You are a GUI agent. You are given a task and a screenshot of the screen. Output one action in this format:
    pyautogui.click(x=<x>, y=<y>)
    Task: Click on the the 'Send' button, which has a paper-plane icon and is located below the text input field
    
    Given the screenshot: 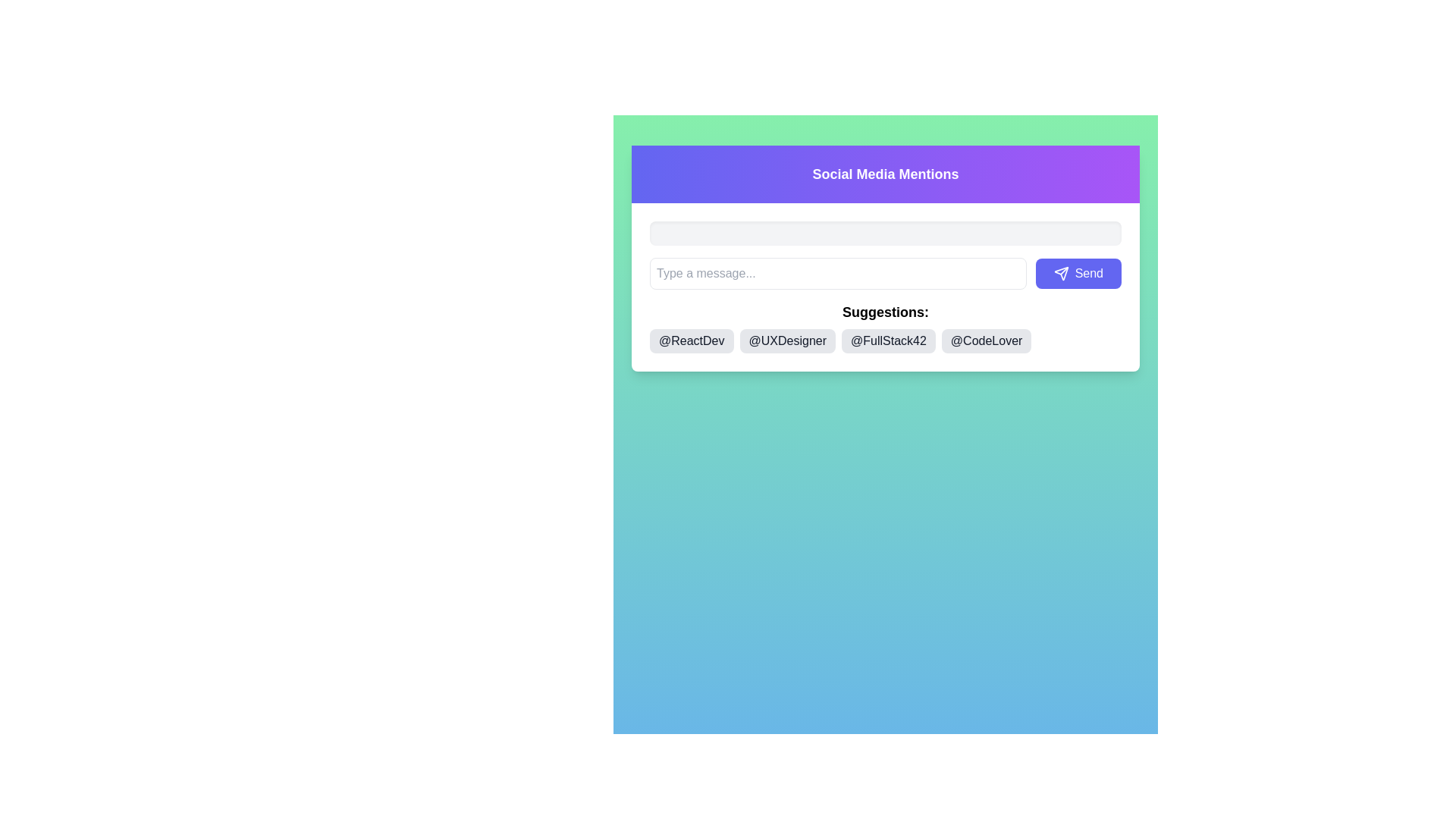 What is the action you would take?
    pyautogui.click(x=1077, y=274)
    